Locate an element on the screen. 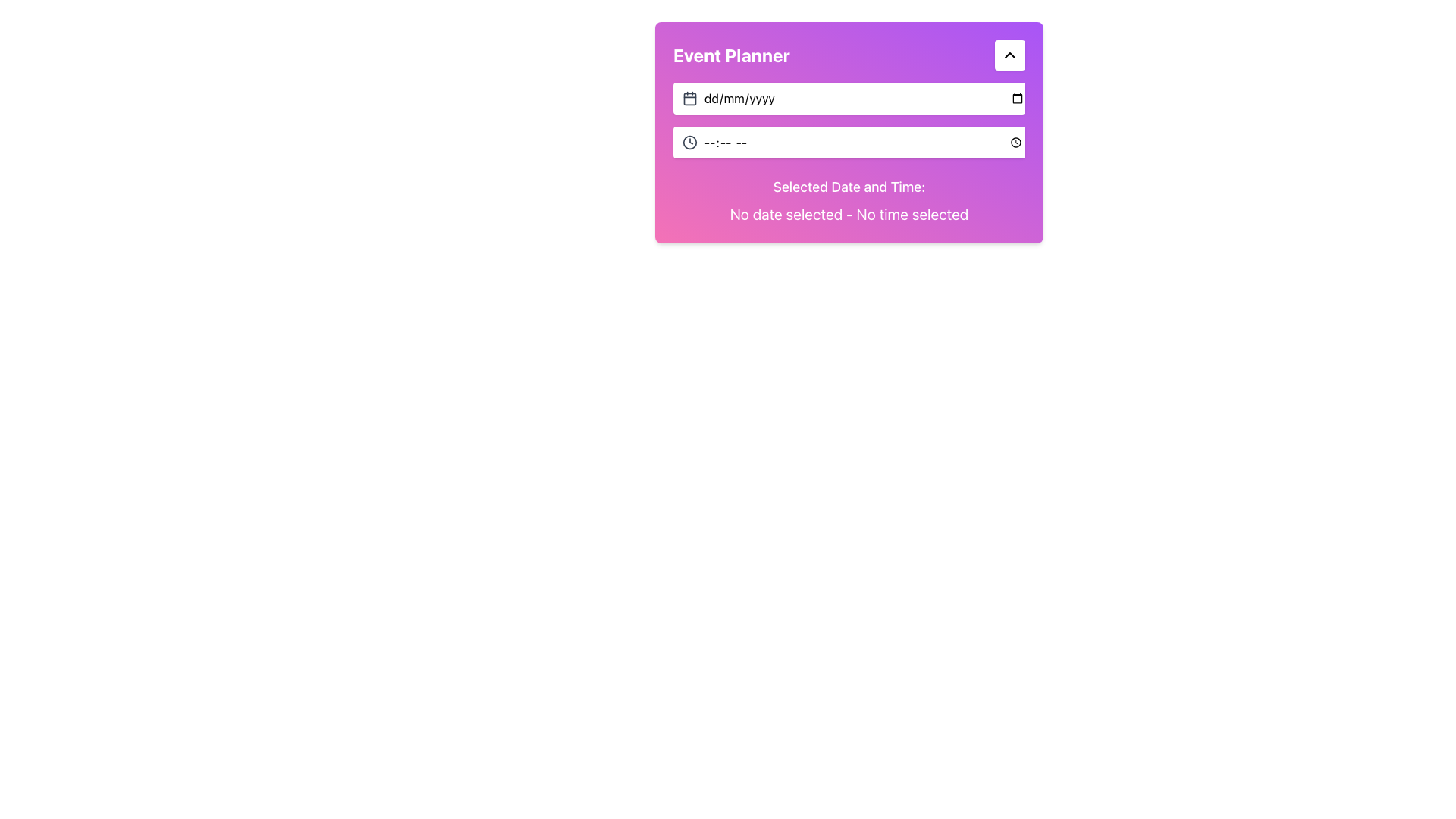 The height and width of the screenshot is (819, 1456). the circular part of the clock icon, which is the outer rim of the clock graphic located to the left of the time input field in the Event Planner card is located at coordinates (689, 143).